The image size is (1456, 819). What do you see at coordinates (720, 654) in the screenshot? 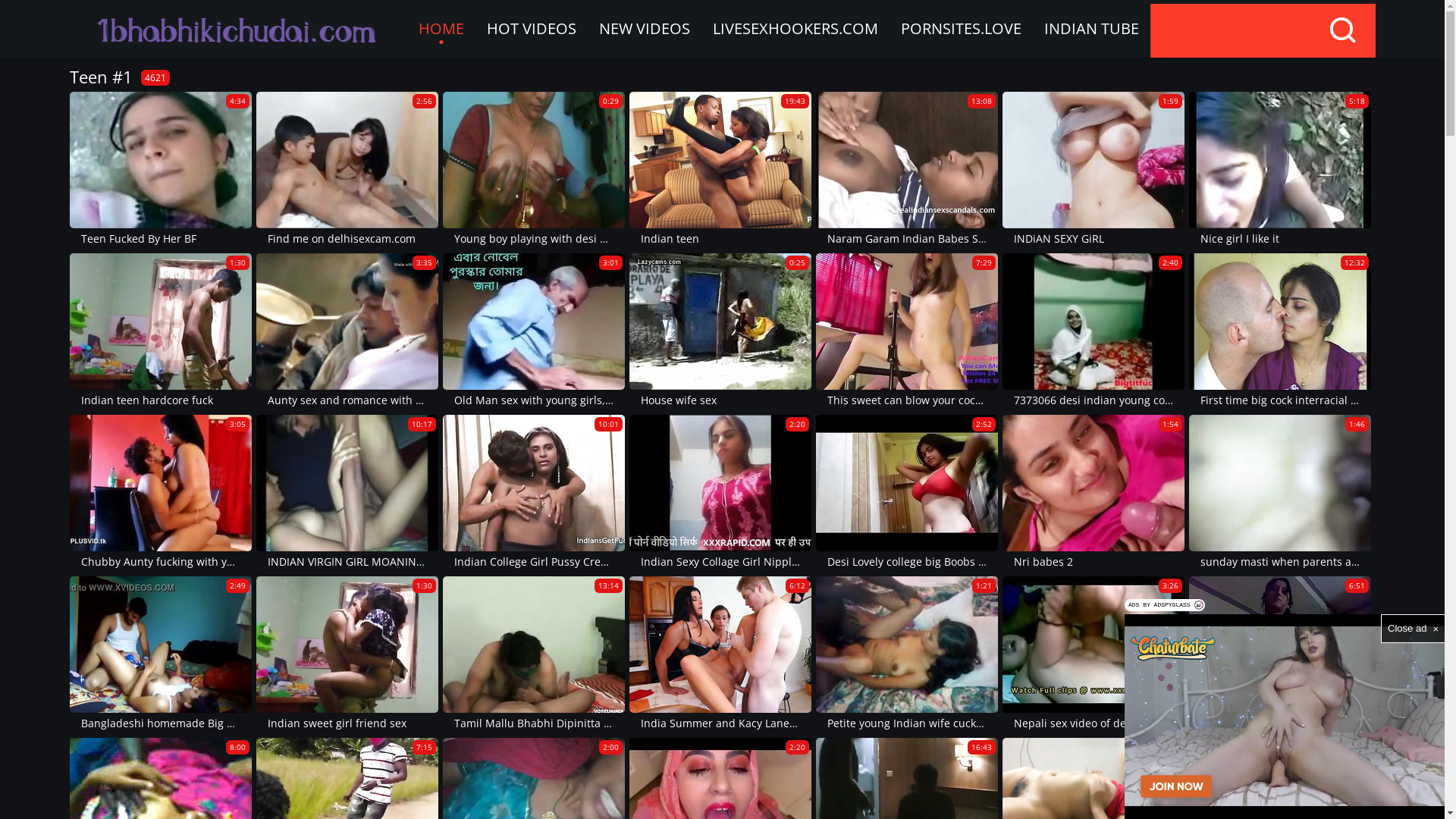
I see `'6:12` at bounding box center [720, 654].